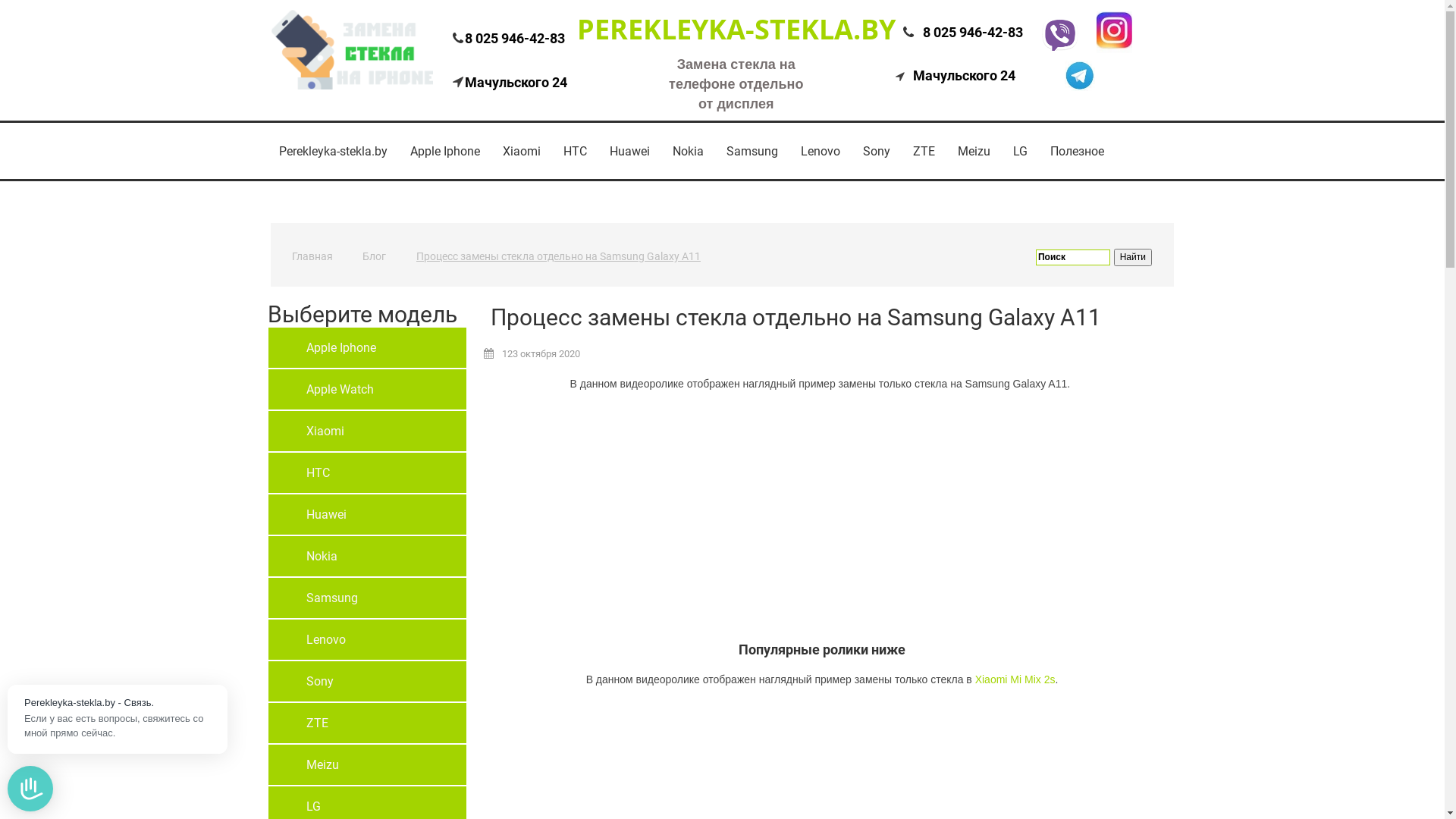 The height and width of the screenshot is (819, 1456). I want to click on 'Samsung', so click(751, 152).